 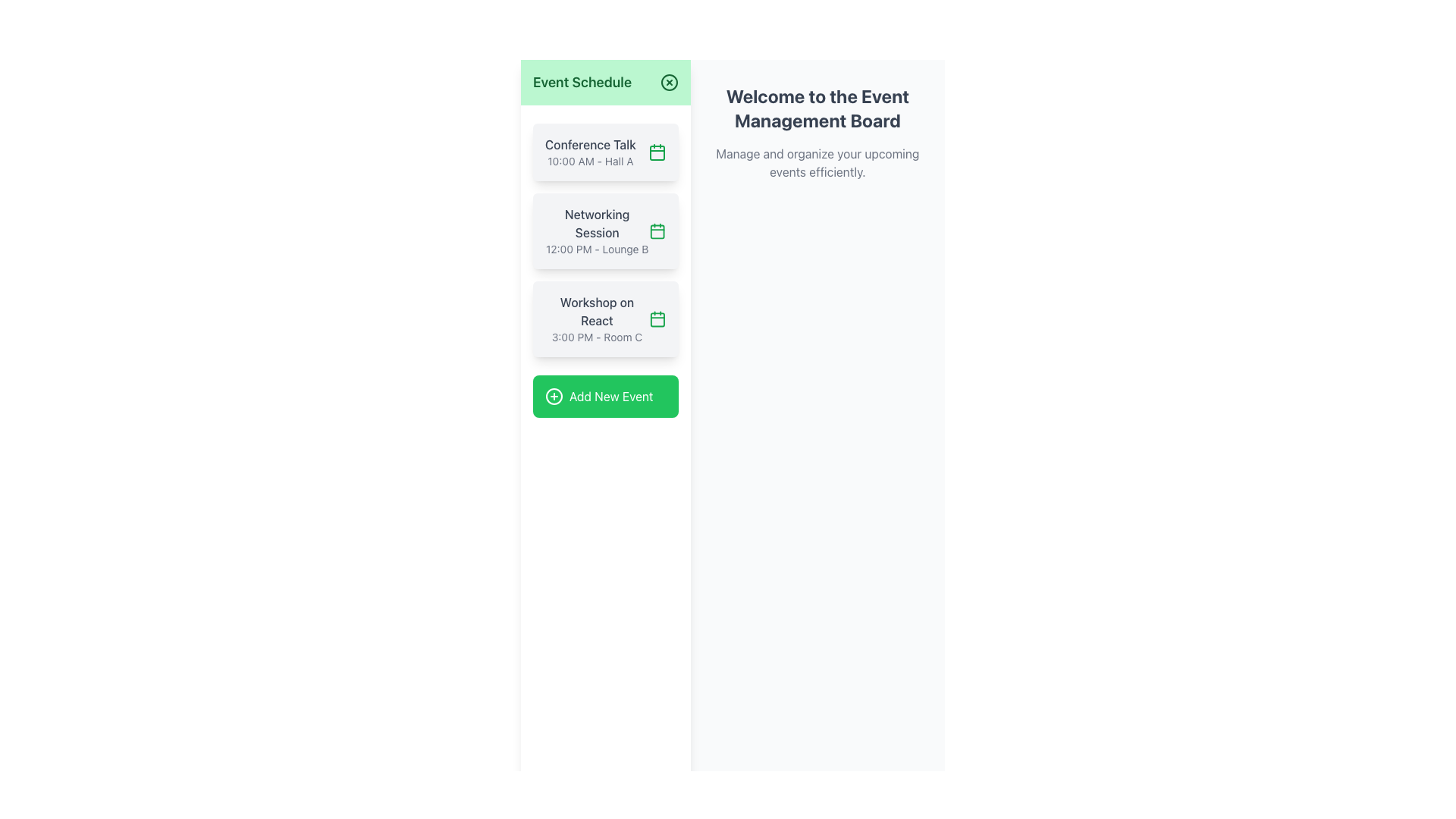 What do you see at coordinates (589, 145) in the screenshot?
I see `the Text Label displaying 'Conference Talk', which is located within the panel of scheduled events on the left side of the interface` at bounding box center [589, 145].